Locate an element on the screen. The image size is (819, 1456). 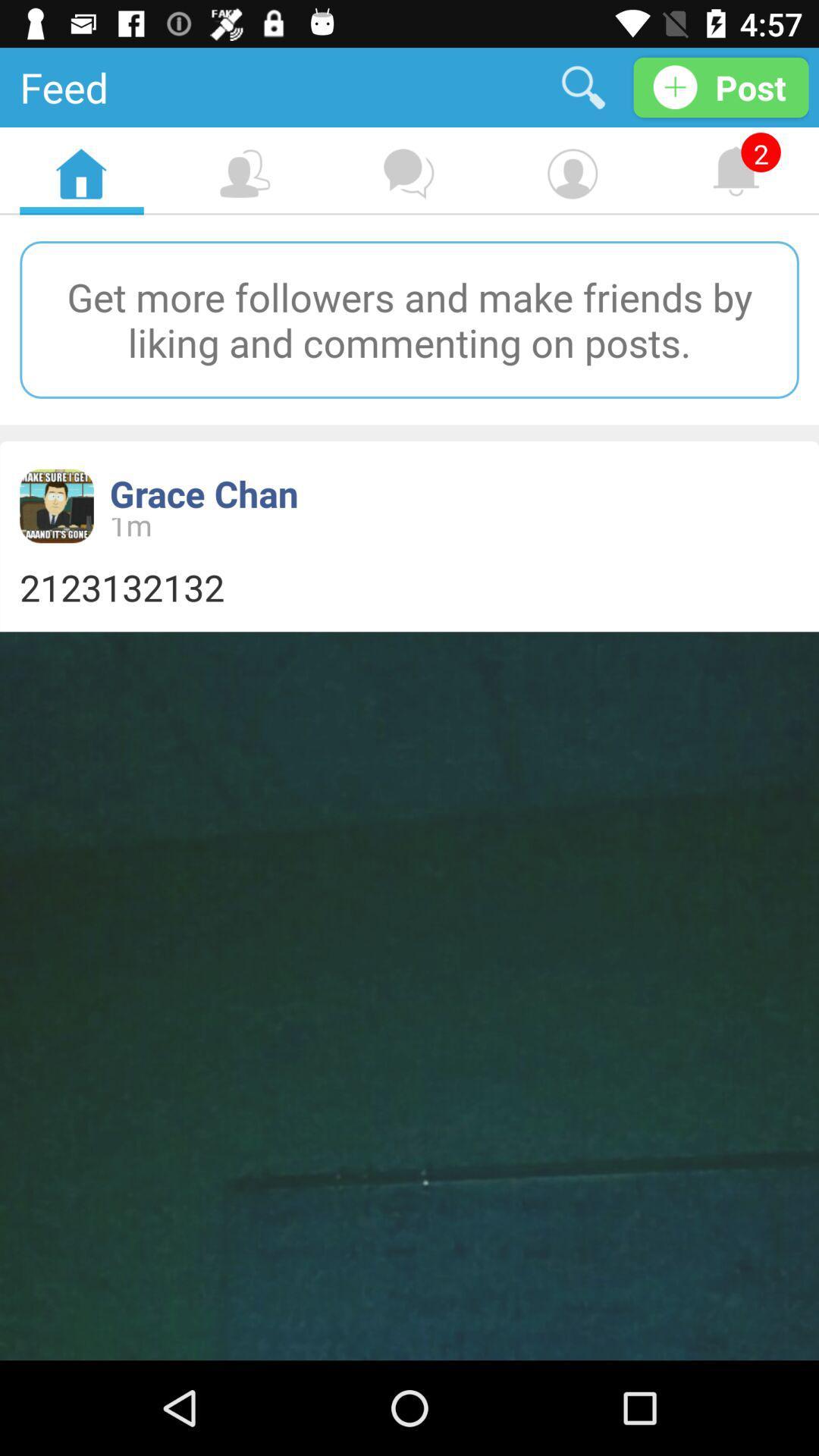
item below get more followers item is located at coordinates (203, 494).